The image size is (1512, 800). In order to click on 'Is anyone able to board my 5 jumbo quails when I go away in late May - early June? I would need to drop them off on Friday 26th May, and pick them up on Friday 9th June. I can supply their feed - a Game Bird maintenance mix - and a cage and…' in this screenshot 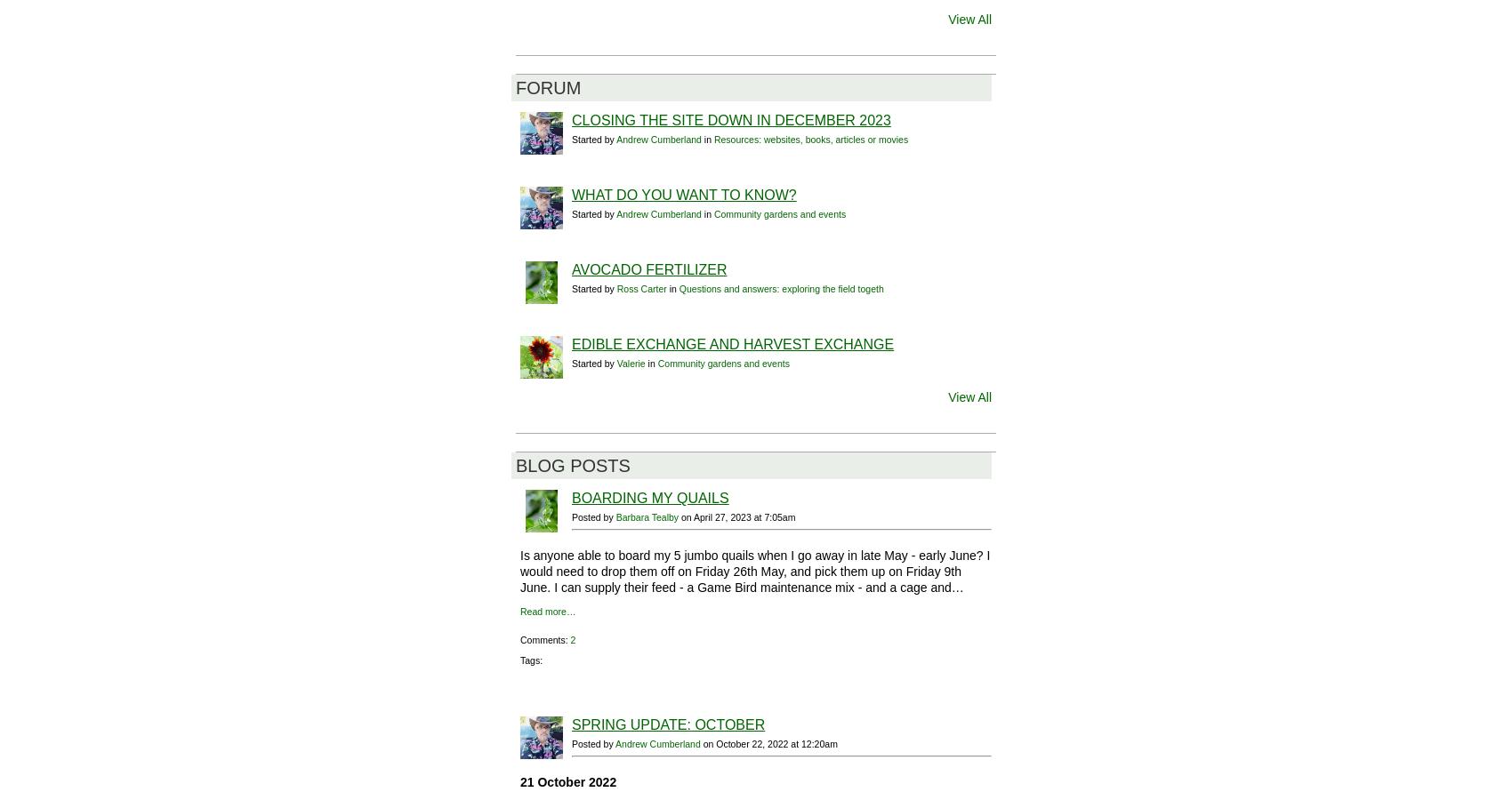, I will do `click(753, 571)`.